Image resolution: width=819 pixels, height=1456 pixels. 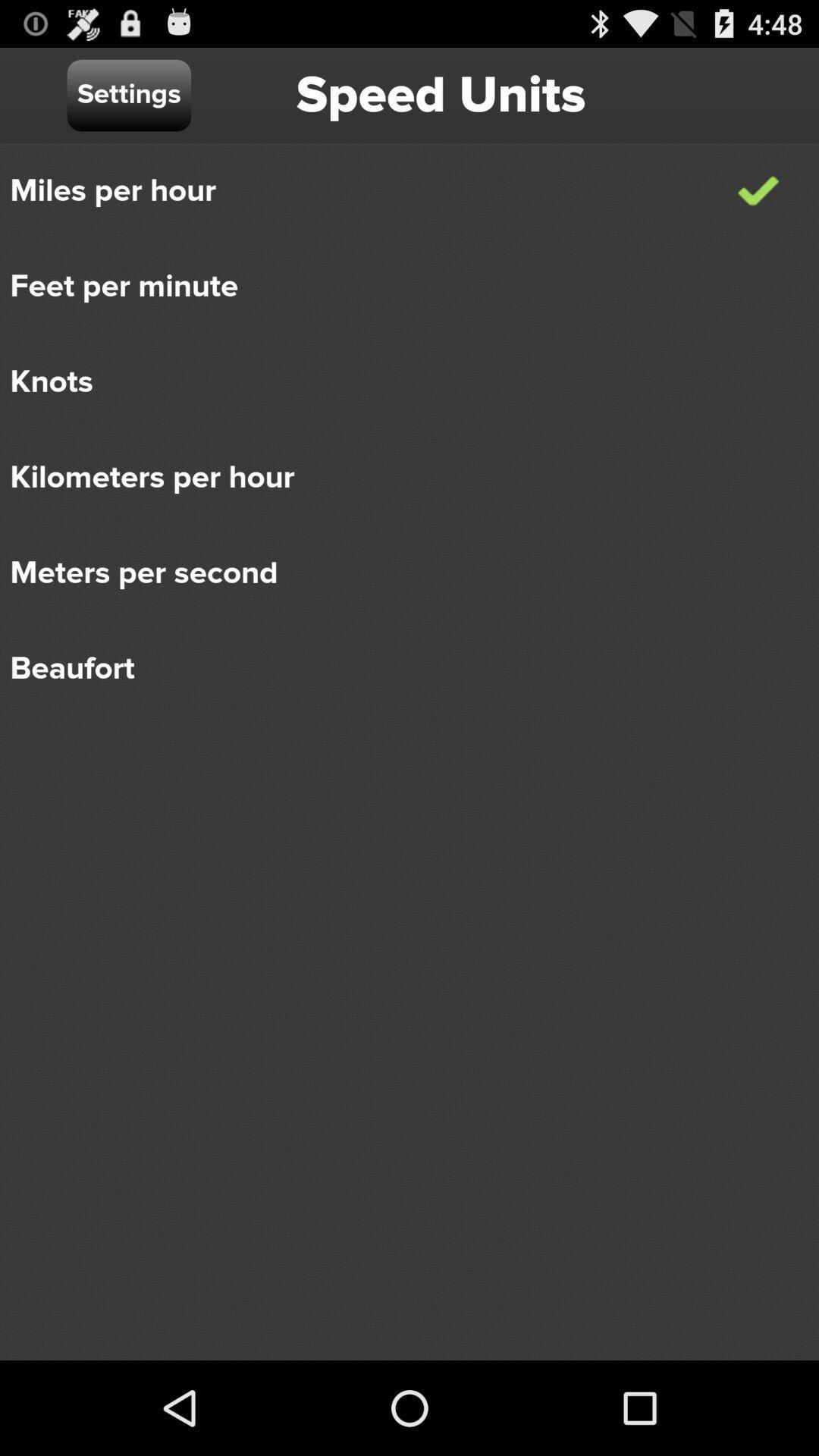 What do you see at coordinates (128, 94) in the screenshot?
I see `the settings icon` at bounding box center [128, 94].